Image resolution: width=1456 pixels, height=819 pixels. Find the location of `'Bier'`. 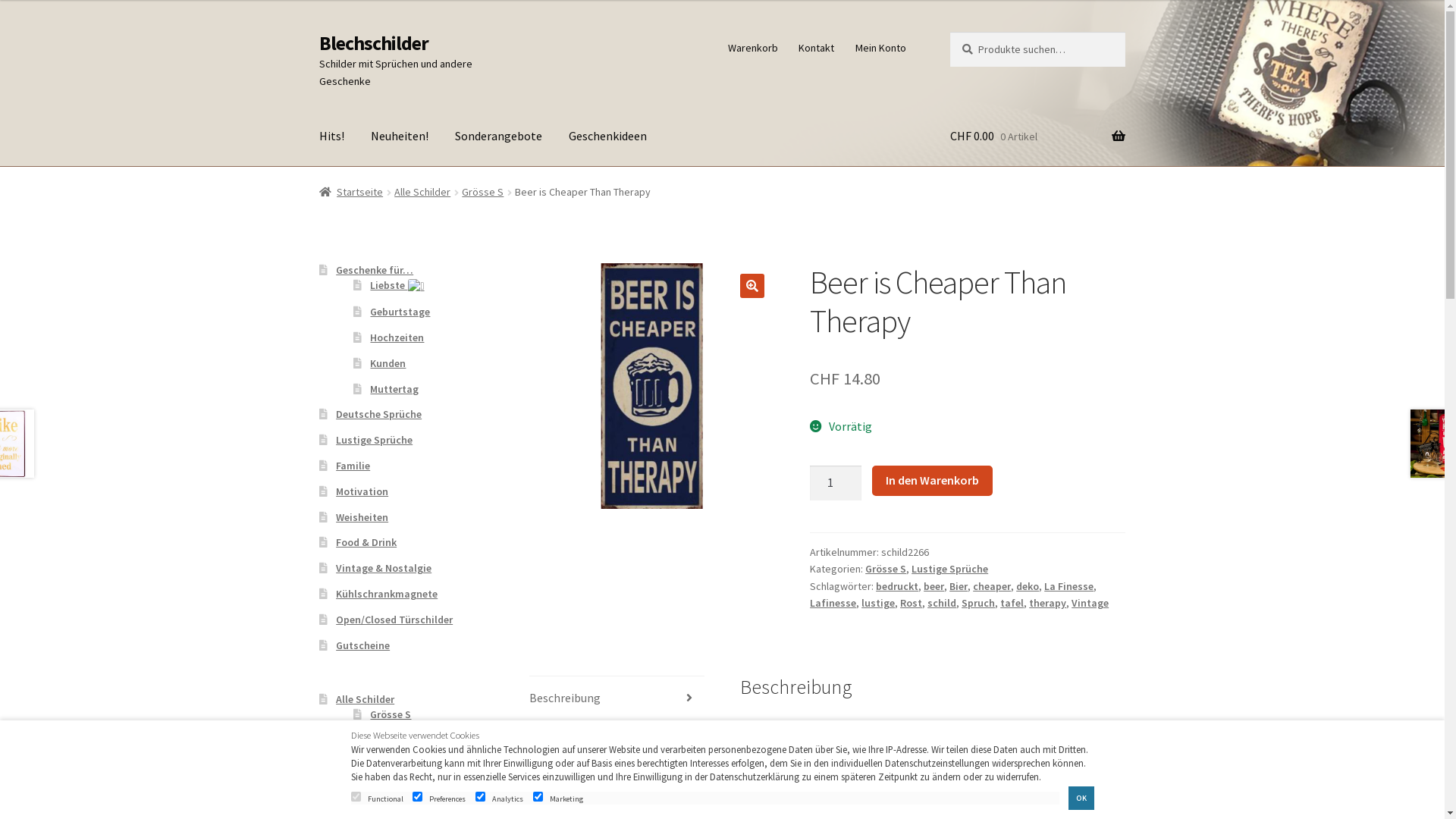

'Bier' is located at coordinates (957, 585).